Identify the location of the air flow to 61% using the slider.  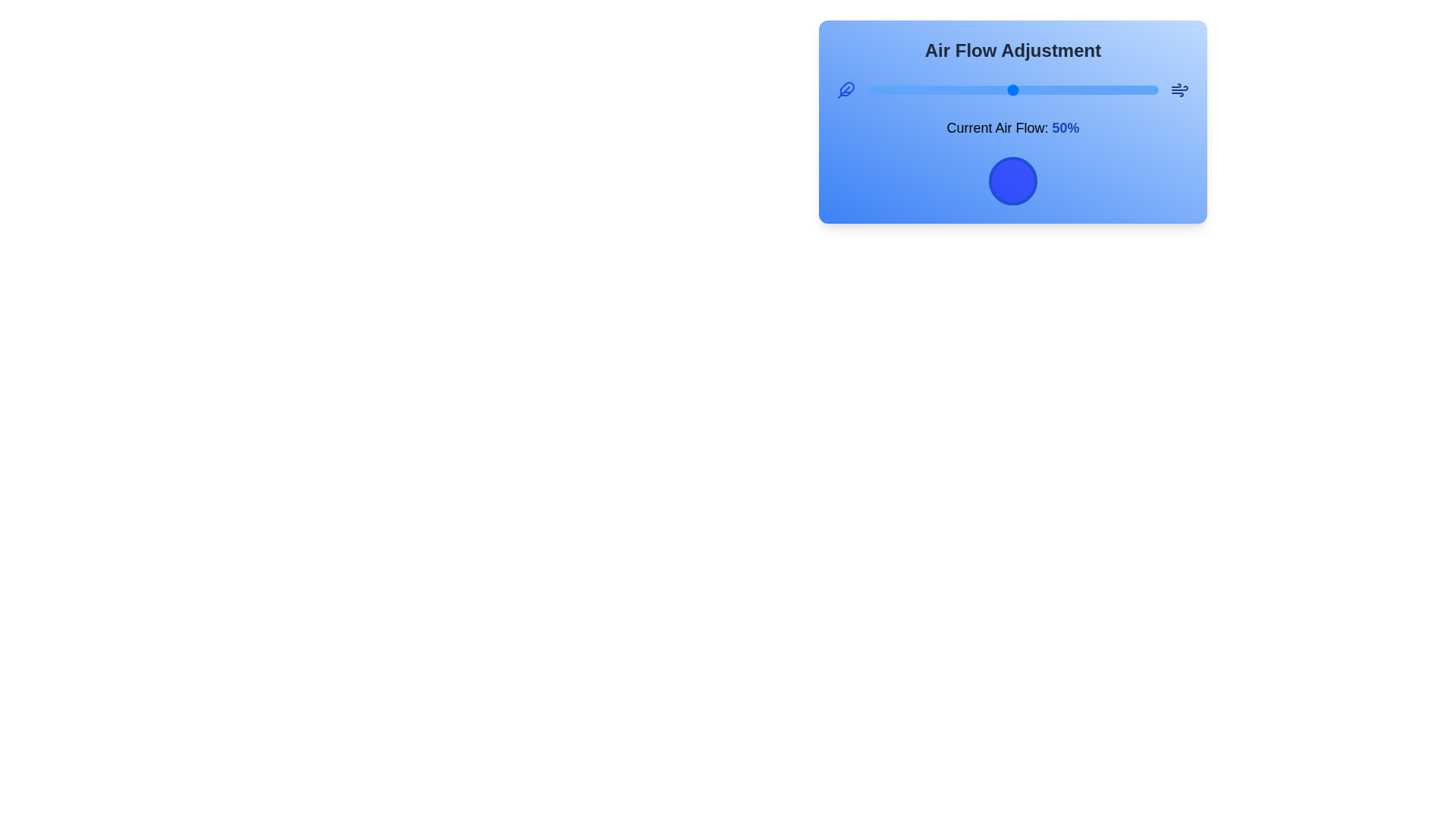
(1044, 90).